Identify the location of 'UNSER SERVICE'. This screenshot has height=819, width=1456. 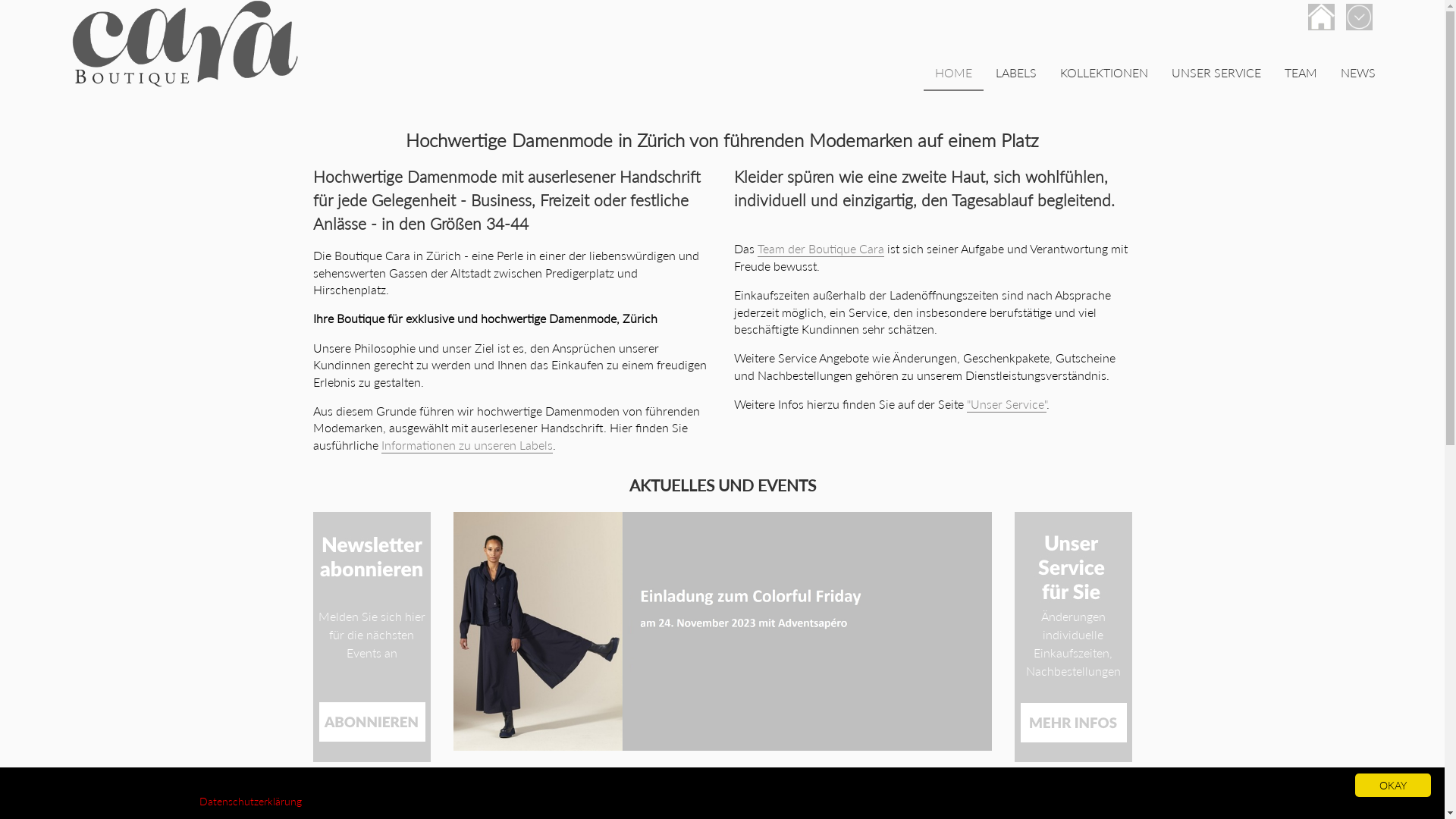
(1216, 74).